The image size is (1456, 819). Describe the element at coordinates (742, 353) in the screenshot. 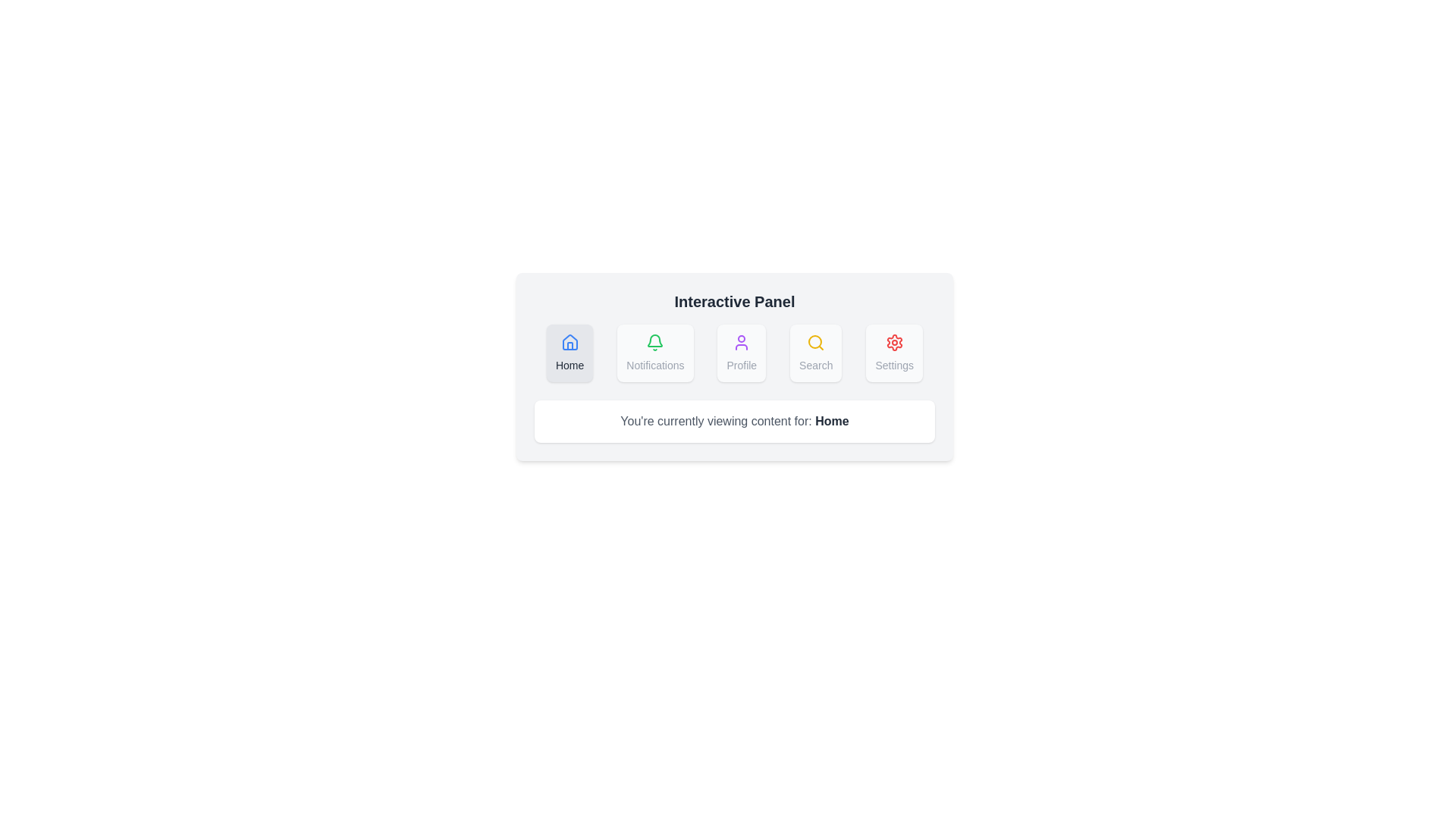

I see `the 'Profile' button, which is a rectangular button with rounded corners, a light gray background, and a purple user icon above the text 'Profile'` at that location.